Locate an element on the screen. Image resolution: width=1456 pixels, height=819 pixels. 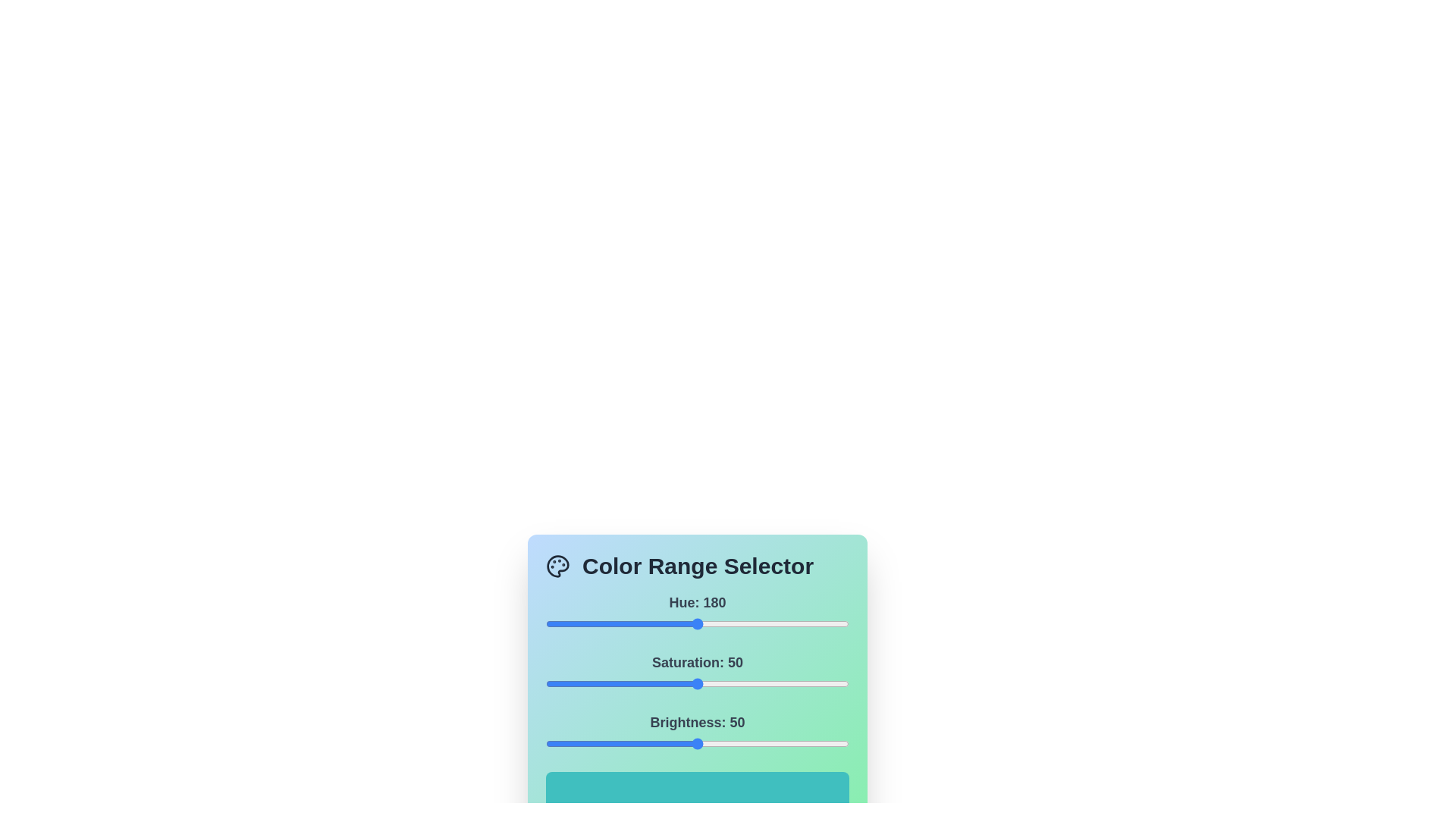
the brightness slider to set the brightness value to 62 is located at coordinates (734, 742).